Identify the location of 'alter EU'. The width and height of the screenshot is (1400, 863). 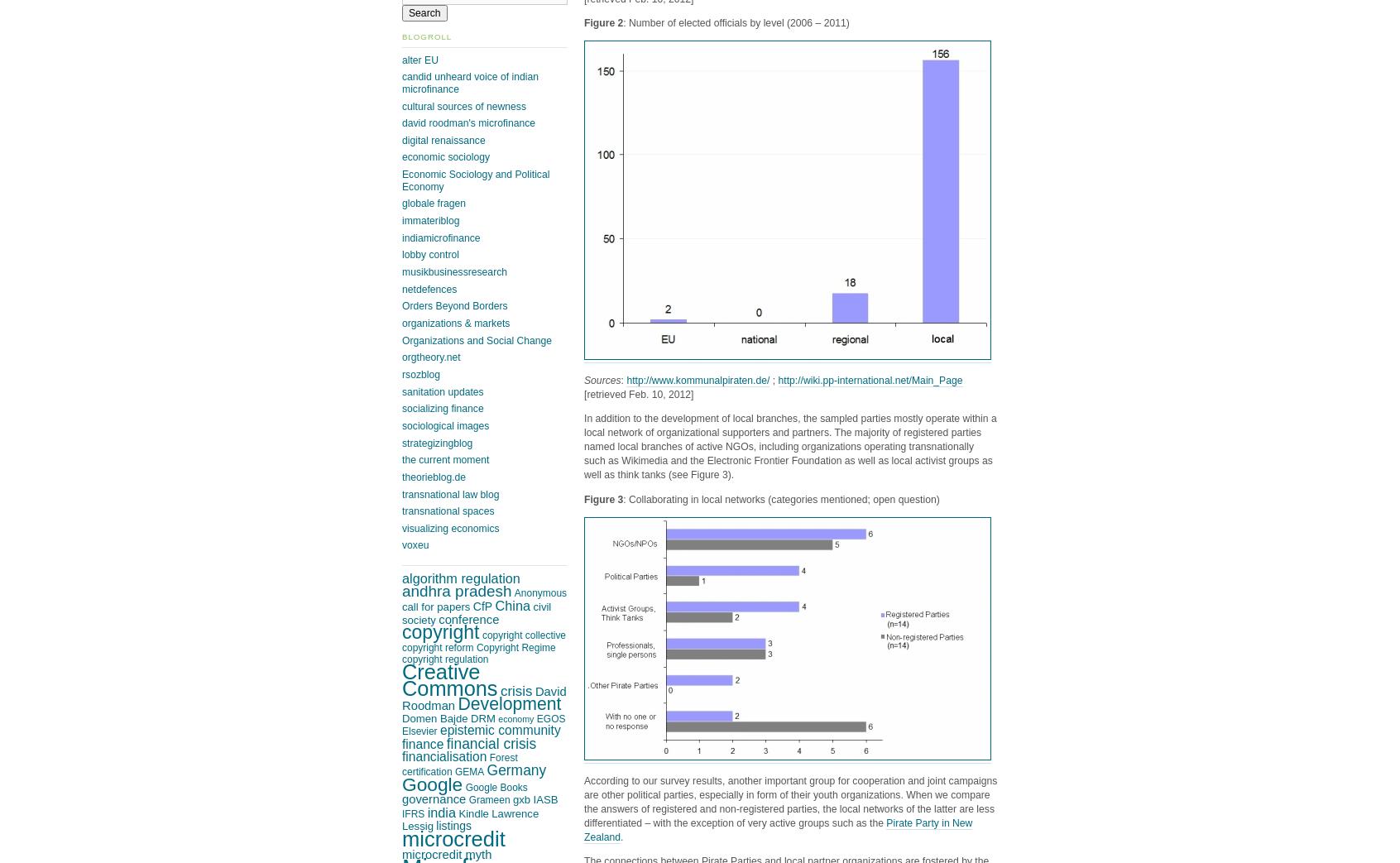
(420, 58).